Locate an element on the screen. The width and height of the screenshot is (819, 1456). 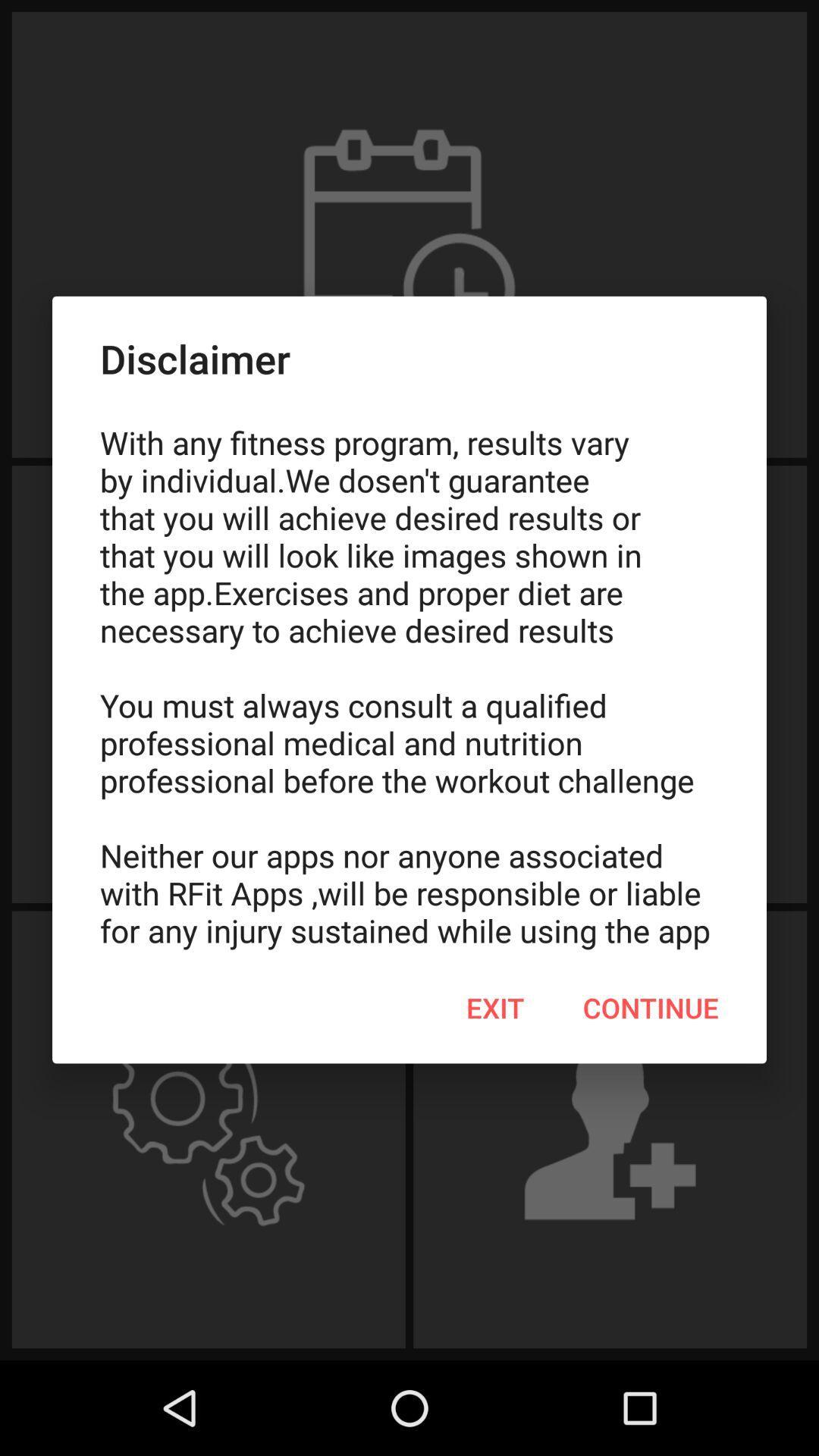
item to the right of exit item is located at coordinates (650, 1008).